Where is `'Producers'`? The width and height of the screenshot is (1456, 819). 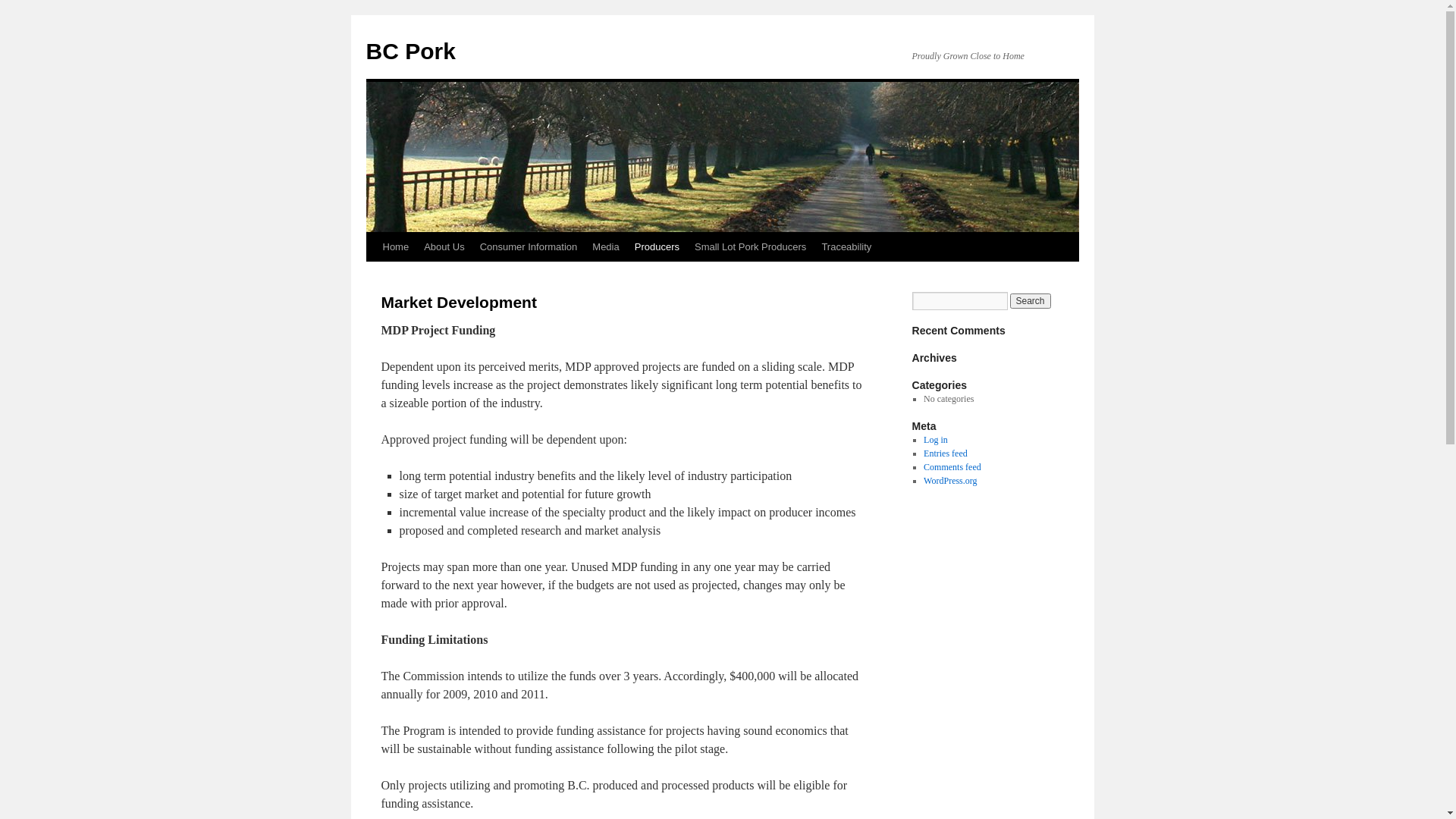 'Producers' is located at coordinates (626, 246).